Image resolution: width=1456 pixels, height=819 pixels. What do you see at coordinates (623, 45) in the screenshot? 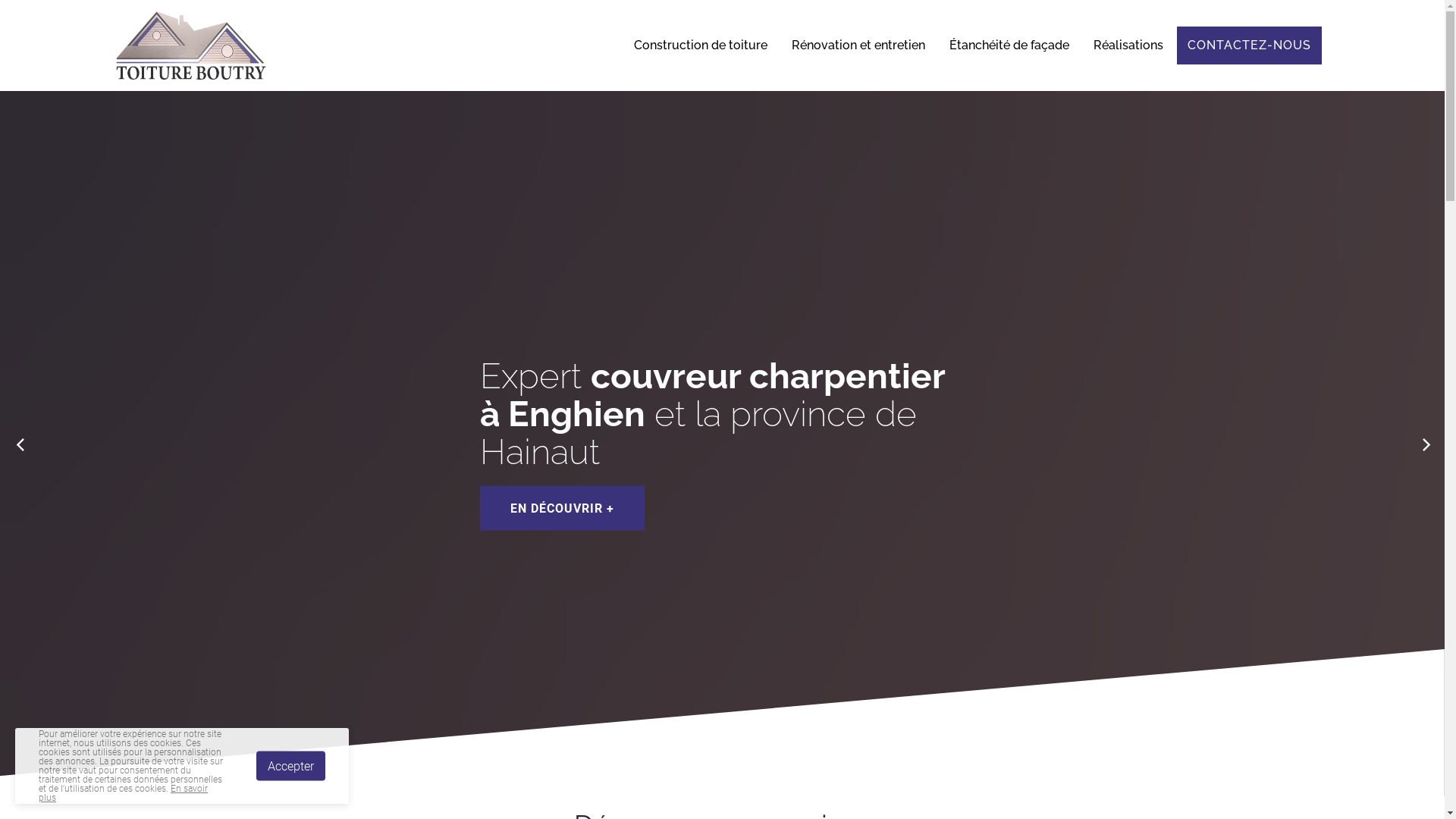
I see `'Construction de toiture'` at bounding box center [623, 45].